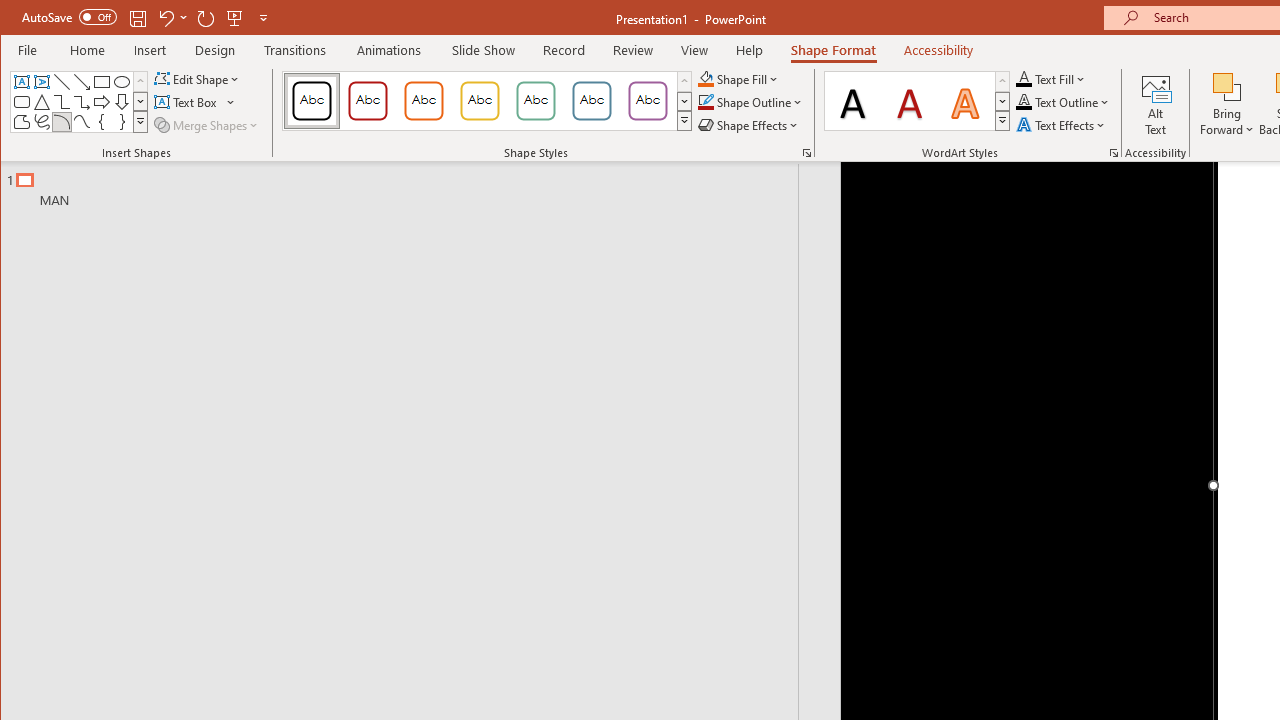  Describe the element at coordinates (294, 49) in the screenshot. I see `'Transitions'` at that location.